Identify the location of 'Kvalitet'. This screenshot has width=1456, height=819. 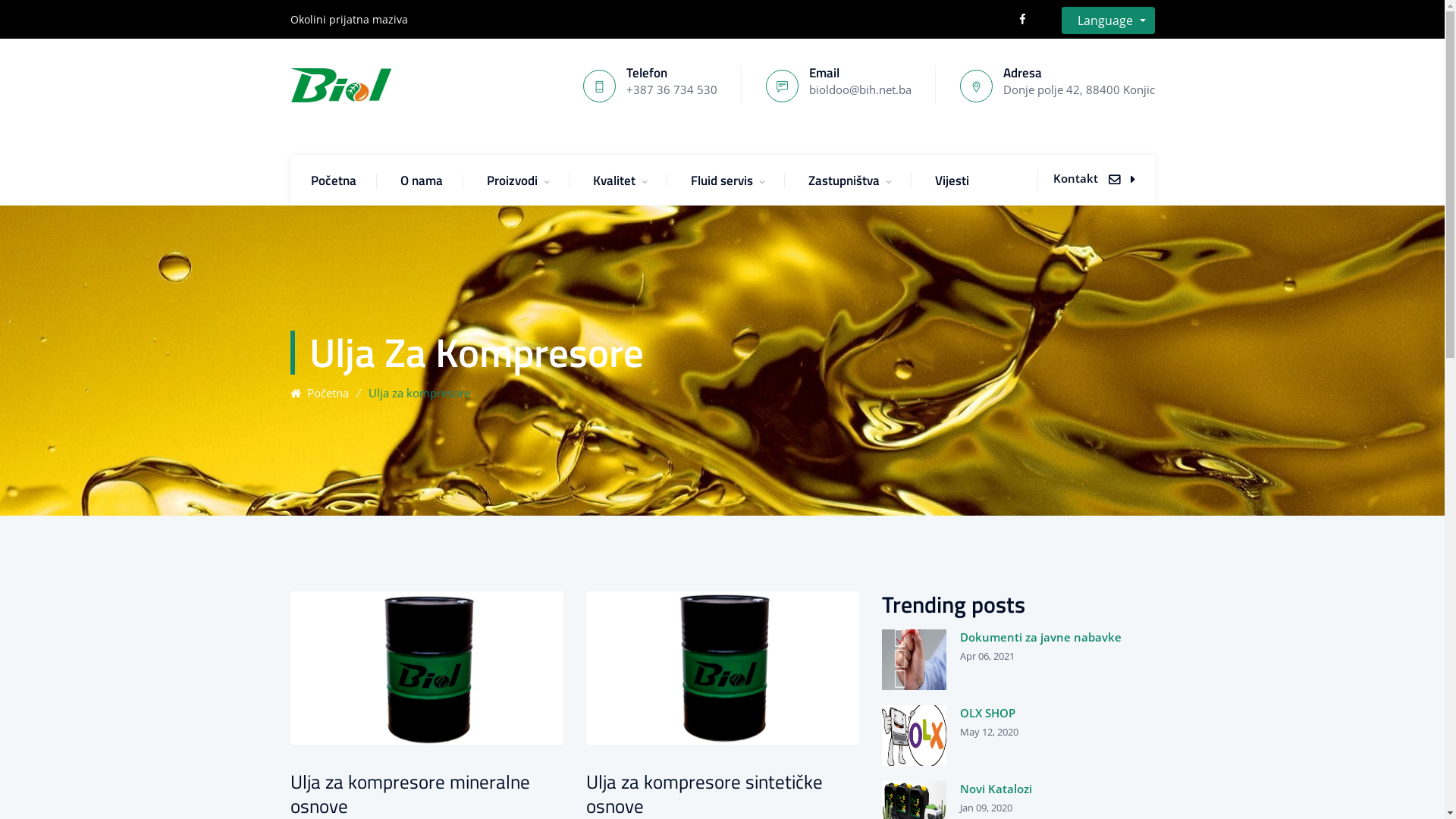
(592, 179).